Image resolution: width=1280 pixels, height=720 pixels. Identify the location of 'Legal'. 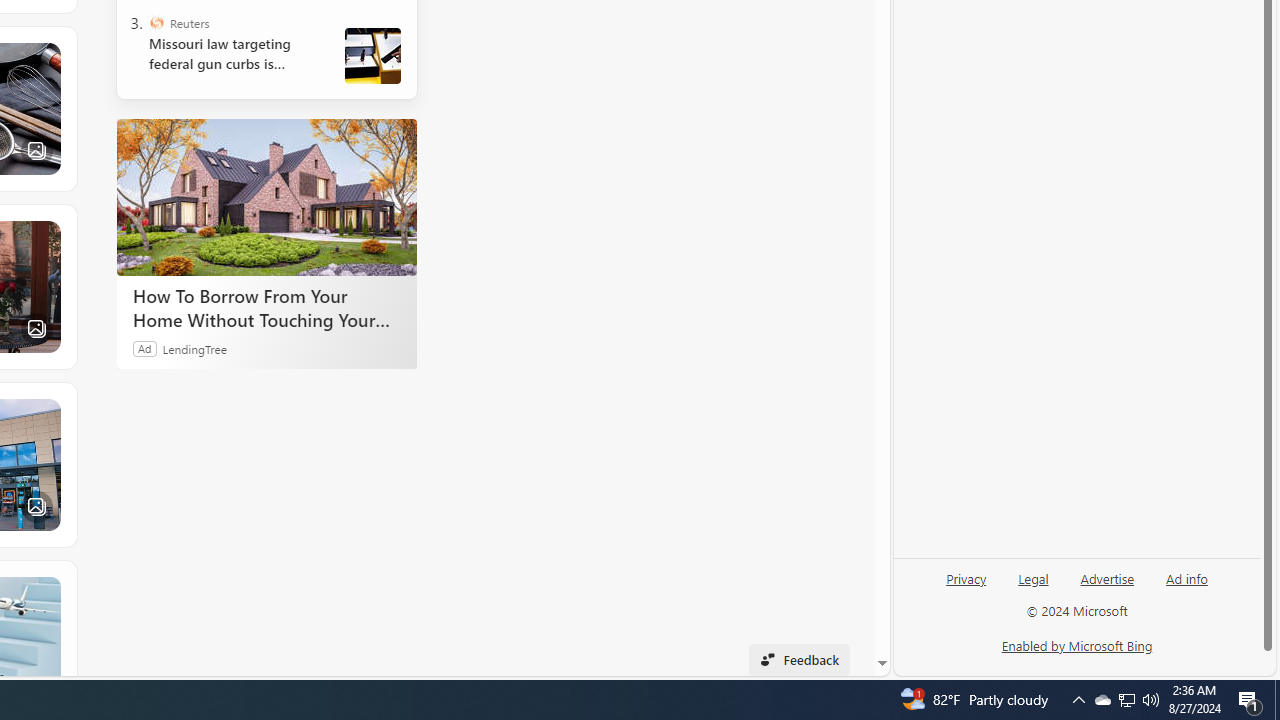
(1033, 585).